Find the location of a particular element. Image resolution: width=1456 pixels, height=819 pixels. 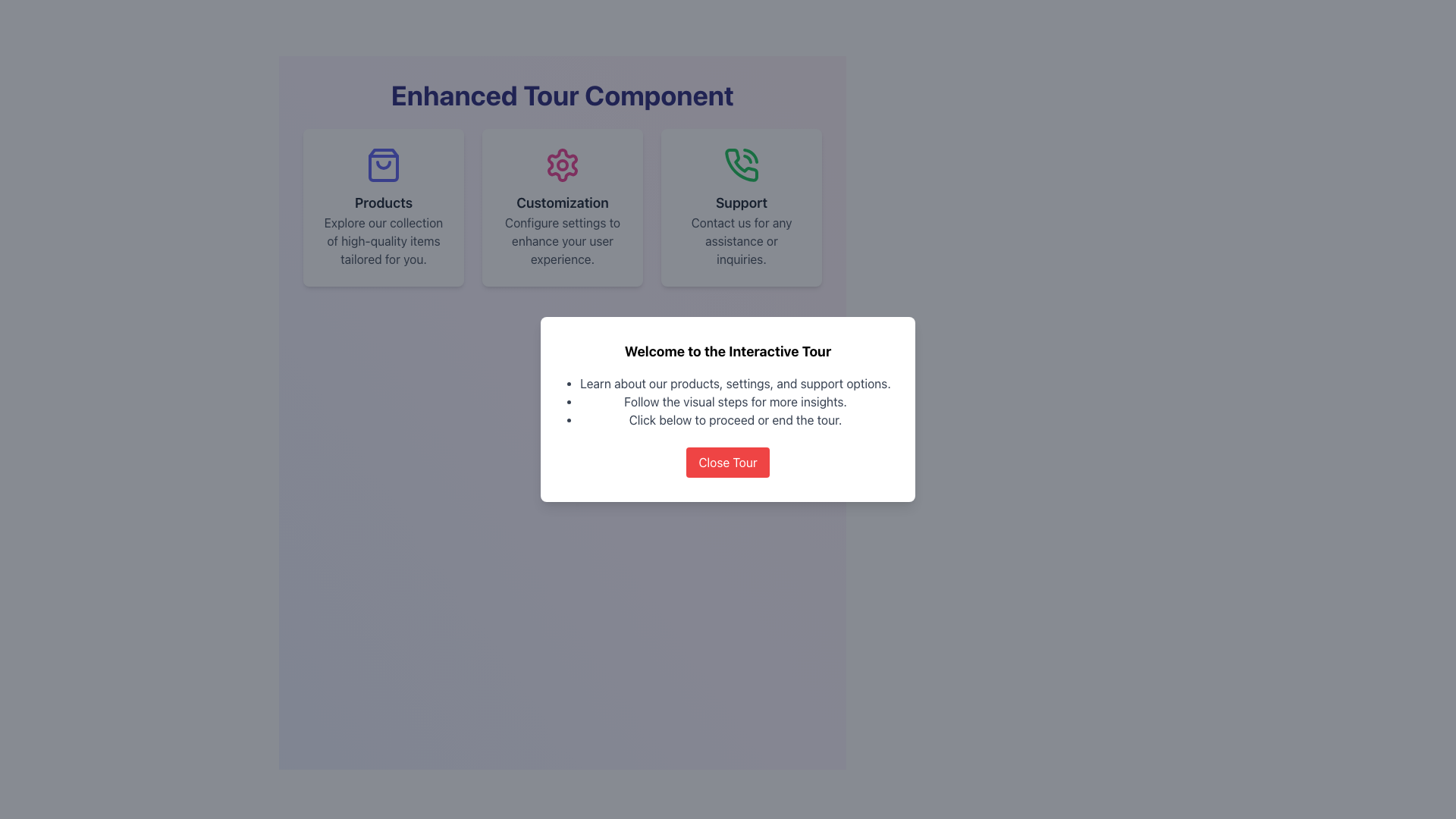

instructions inside the modal dialog titled 'Welcome to the Interactive Tour' which features a bulleted list of instructions is located at coordinates (728, 409).